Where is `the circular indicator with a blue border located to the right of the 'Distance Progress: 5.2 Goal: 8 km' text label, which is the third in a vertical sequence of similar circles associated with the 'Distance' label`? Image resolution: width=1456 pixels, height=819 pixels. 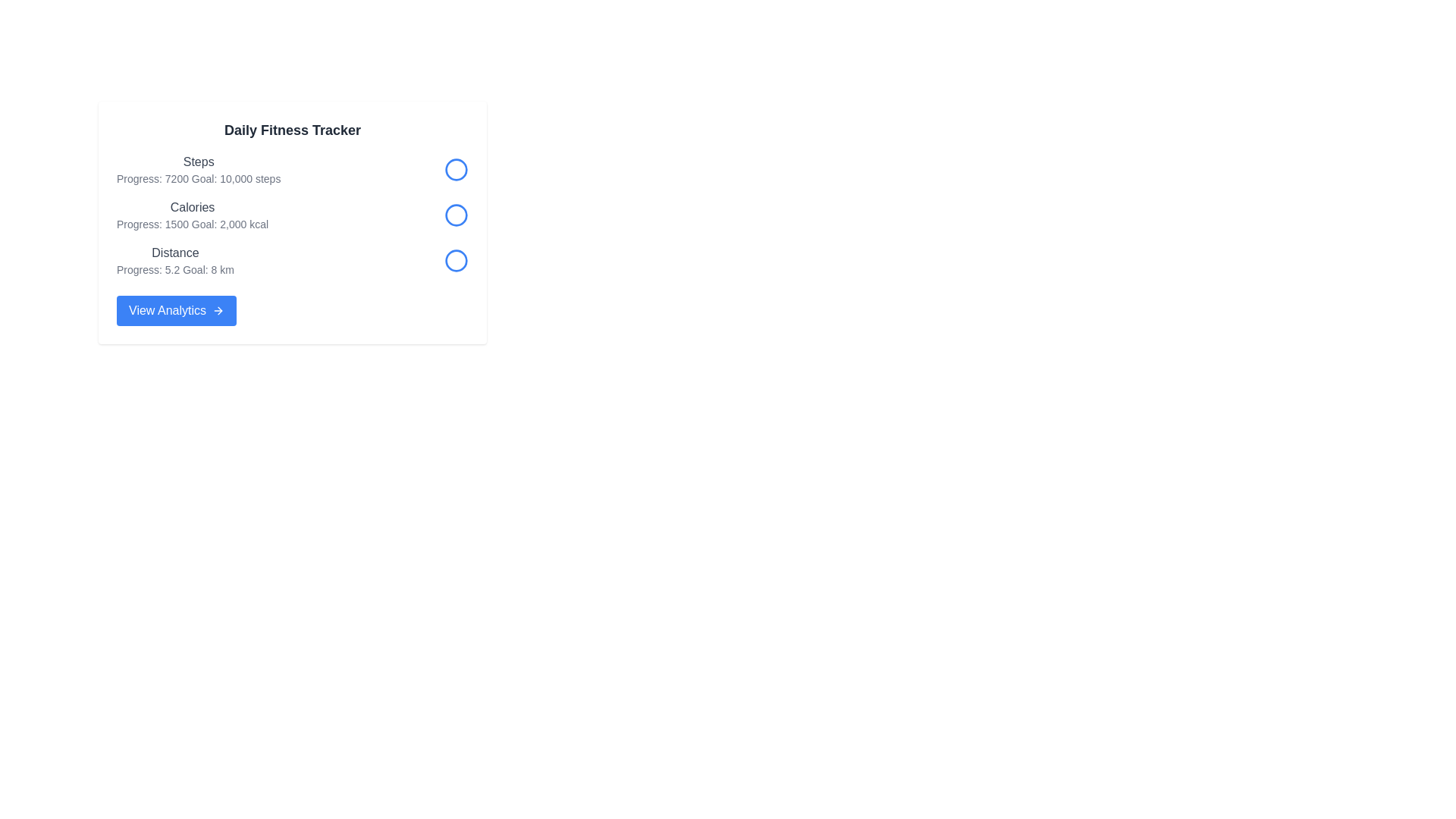
the circular indicator with a blue border located to the right of the 'Distance Progress: 5.2 Goal: 8 km' text label, which is the third in a vertical sequence of similar circles associated with the 'Distance' label is located at coordinates (455, 259).